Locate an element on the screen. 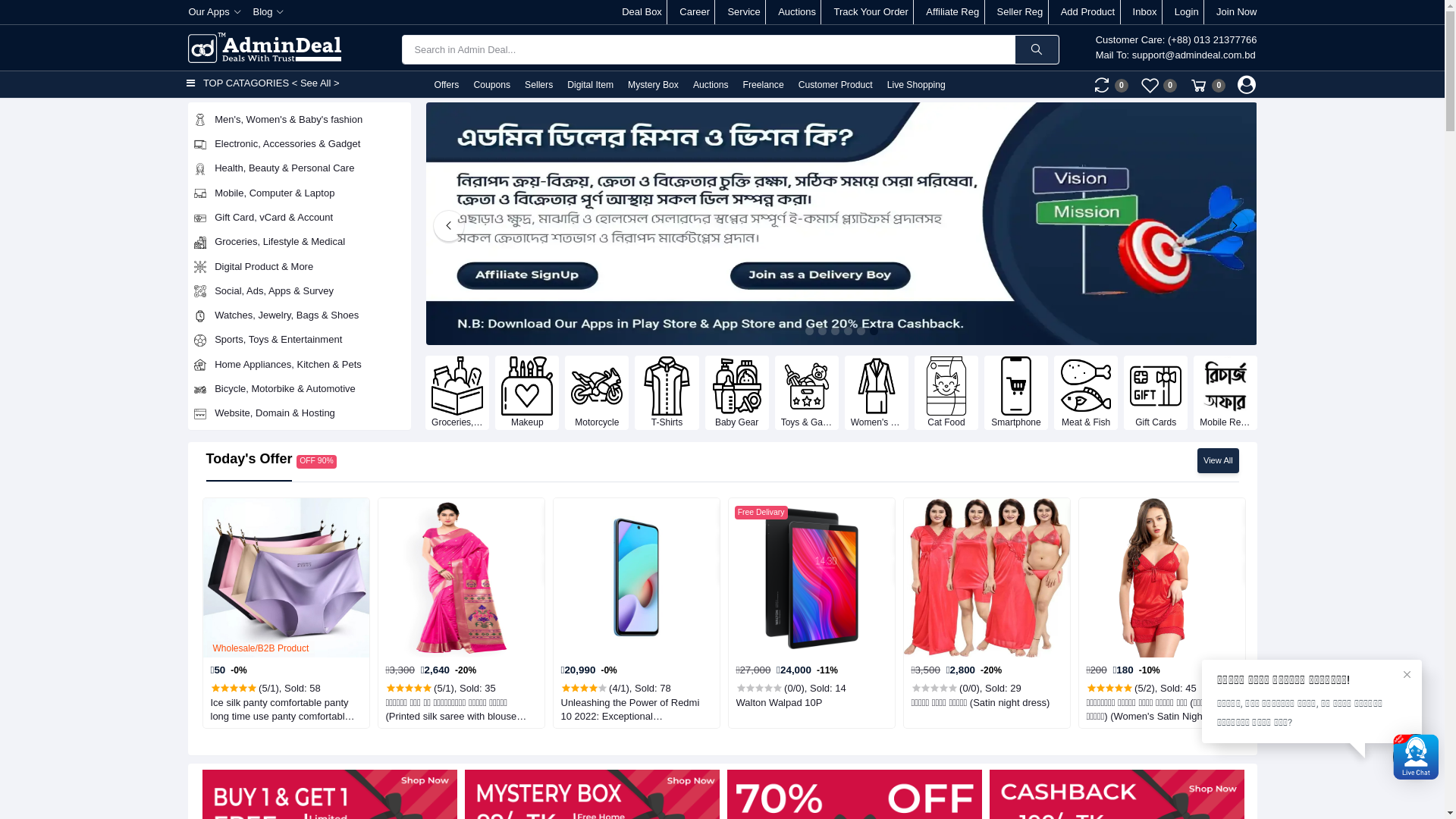 The height and width of the screenshot is (819, 1456). 'Women's Clothing' is located at coordinates (877, 391).